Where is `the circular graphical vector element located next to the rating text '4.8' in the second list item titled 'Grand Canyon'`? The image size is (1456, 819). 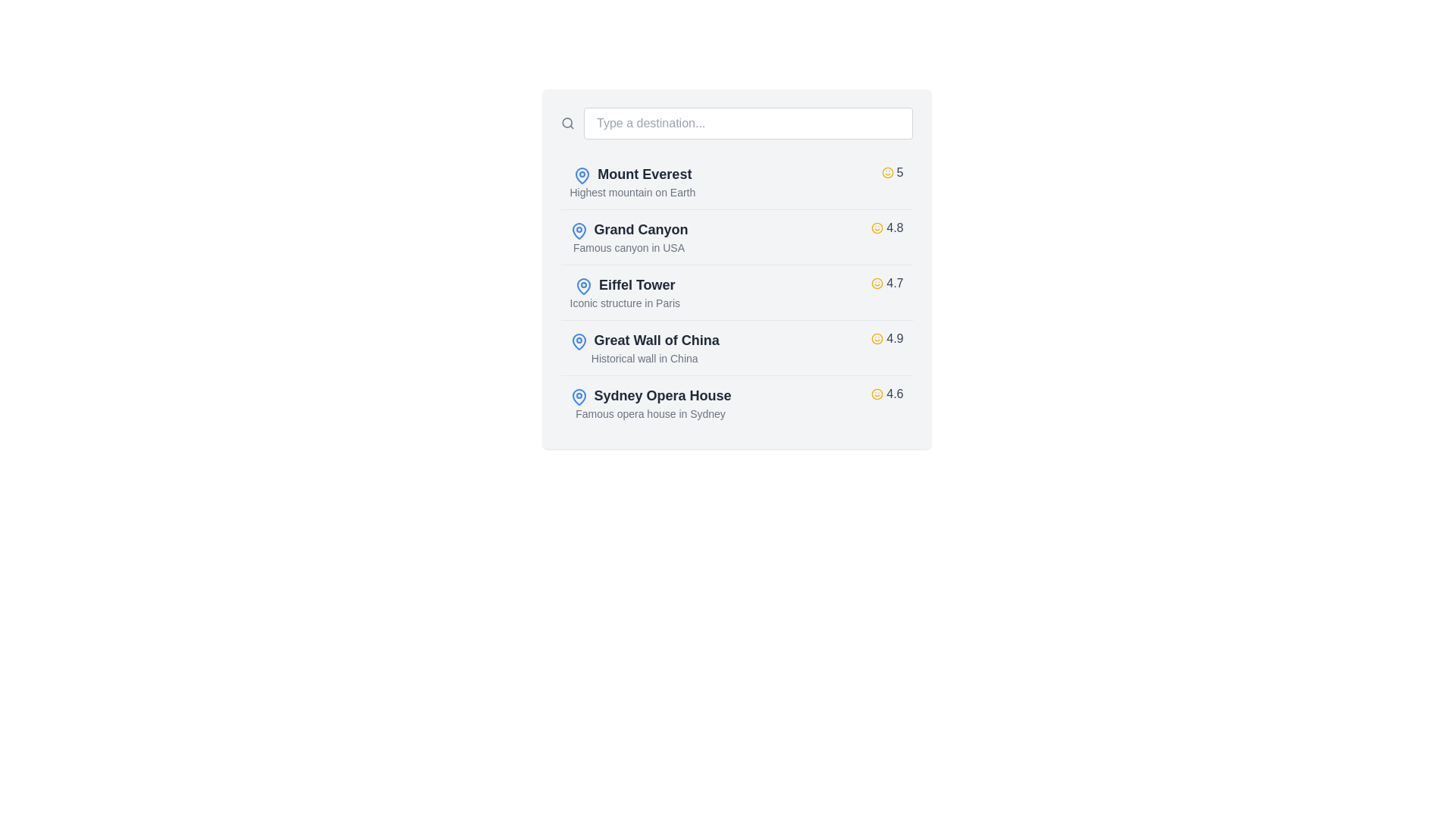 the circular graphical vector element located next to the rating text '4.8' in the second list item titled 'Grand Canyon' is located at coordinates (877, 227).